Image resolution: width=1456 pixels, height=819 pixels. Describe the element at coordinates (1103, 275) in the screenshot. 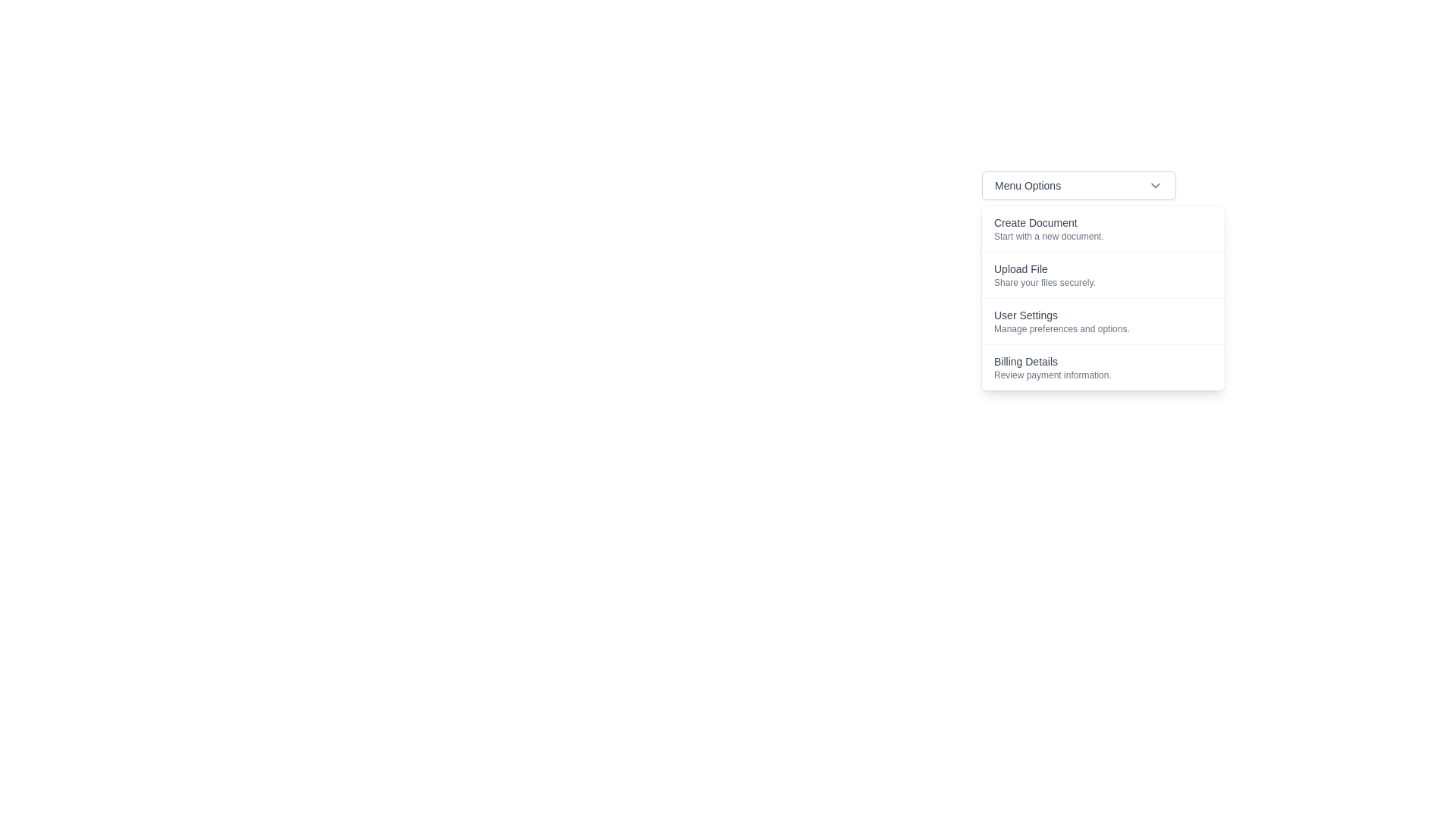

I see `the 'Upload File' menu option, which is the second item in the dropdown menu` at that location.